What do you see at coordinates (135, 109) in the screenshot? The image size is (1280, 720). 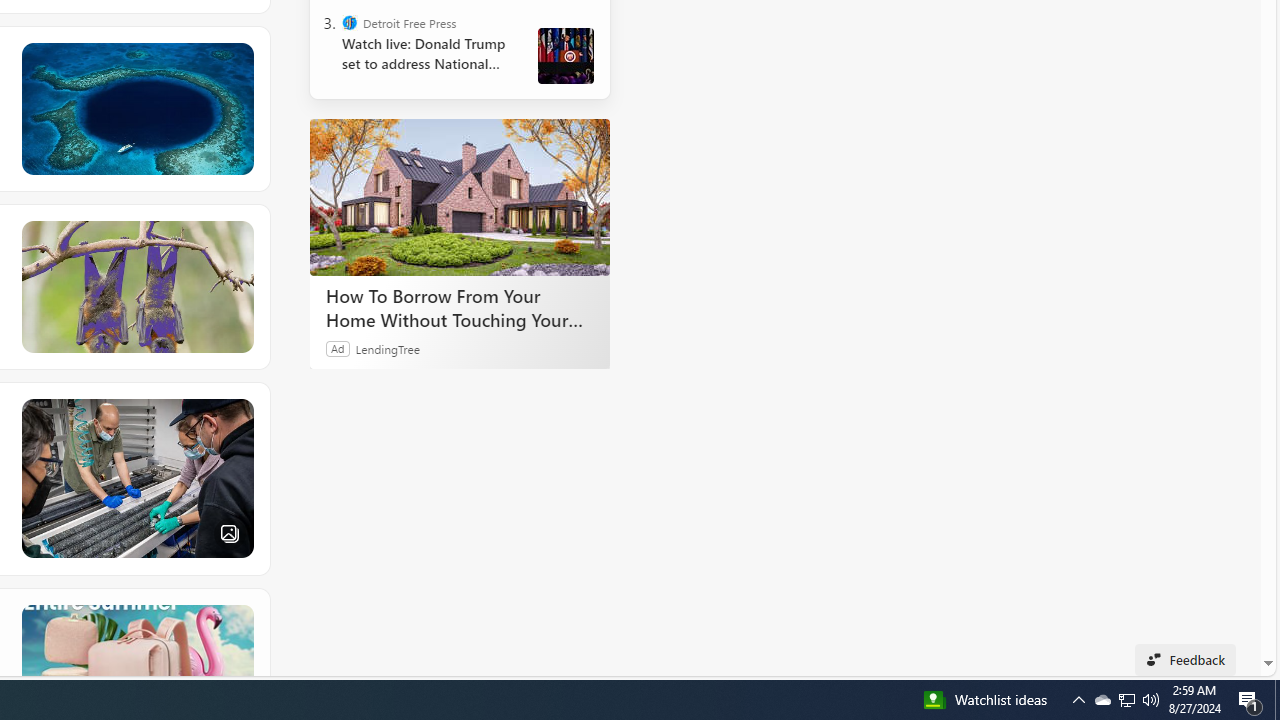 I see `'The Great Blue Hole has fascinated scientists for years.'` at bounding box center [135, 109].